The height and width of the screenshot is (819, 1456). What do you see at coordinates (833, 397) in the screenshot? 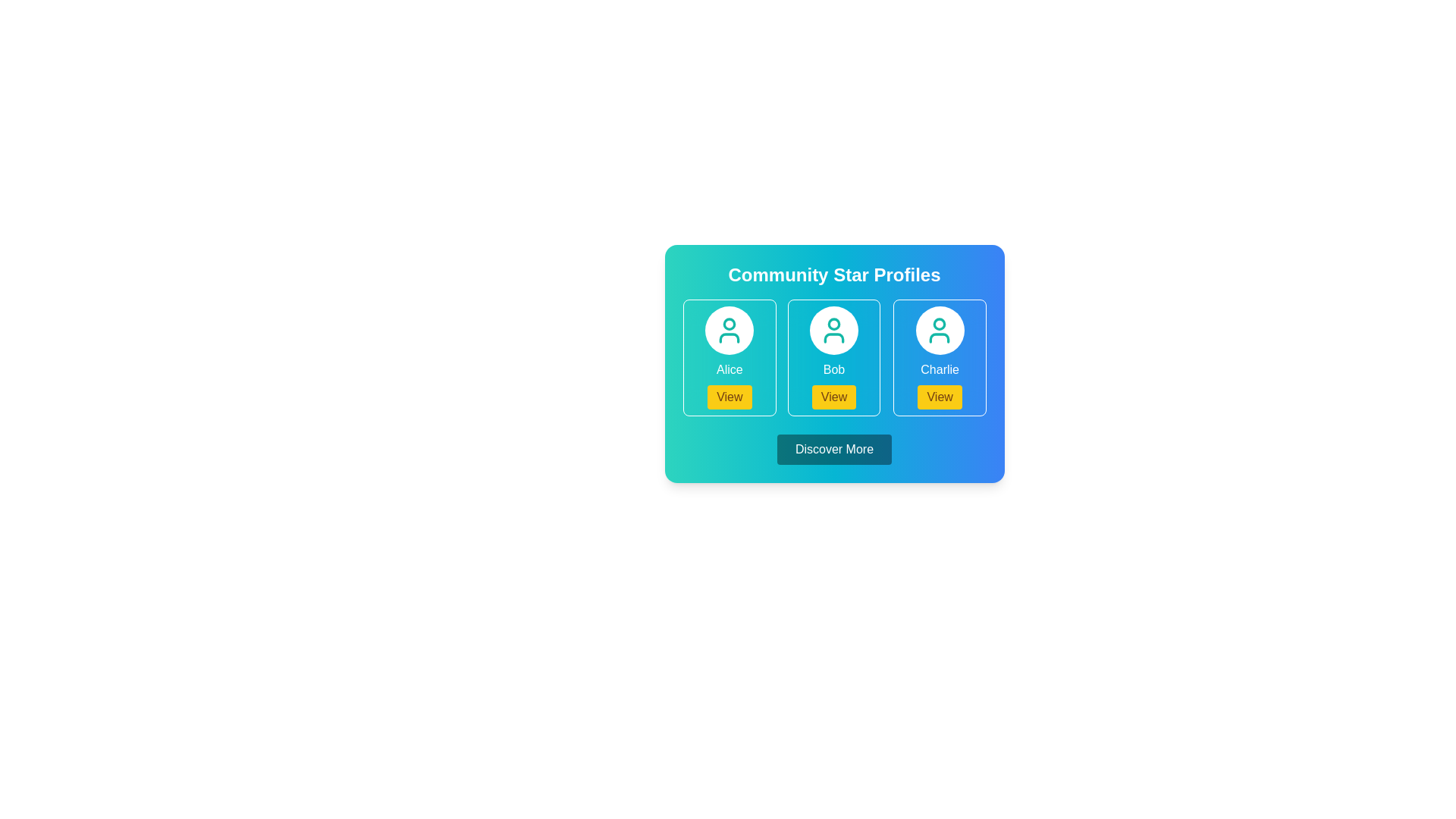
I see `the button beneath the text label 'Bob'` at bounding box center [833, 397].